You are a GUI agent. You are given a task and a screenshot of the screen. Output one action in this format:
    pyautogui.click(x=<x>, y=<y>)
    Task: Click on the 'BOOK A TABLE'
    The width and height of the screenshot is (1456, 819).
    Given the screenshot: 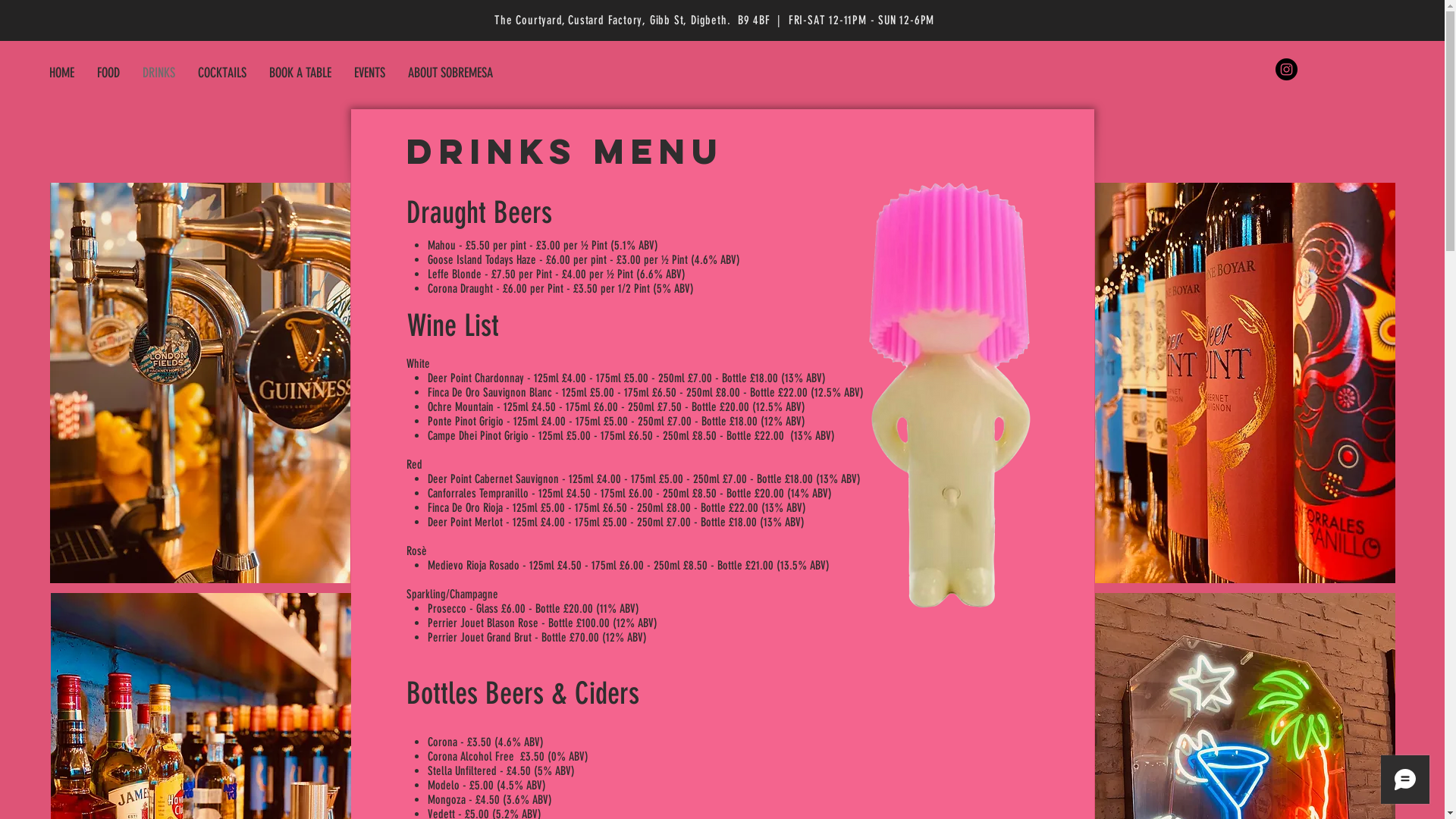 What is the action you would take?
    pyautogui.click(x=300, y=73)
    